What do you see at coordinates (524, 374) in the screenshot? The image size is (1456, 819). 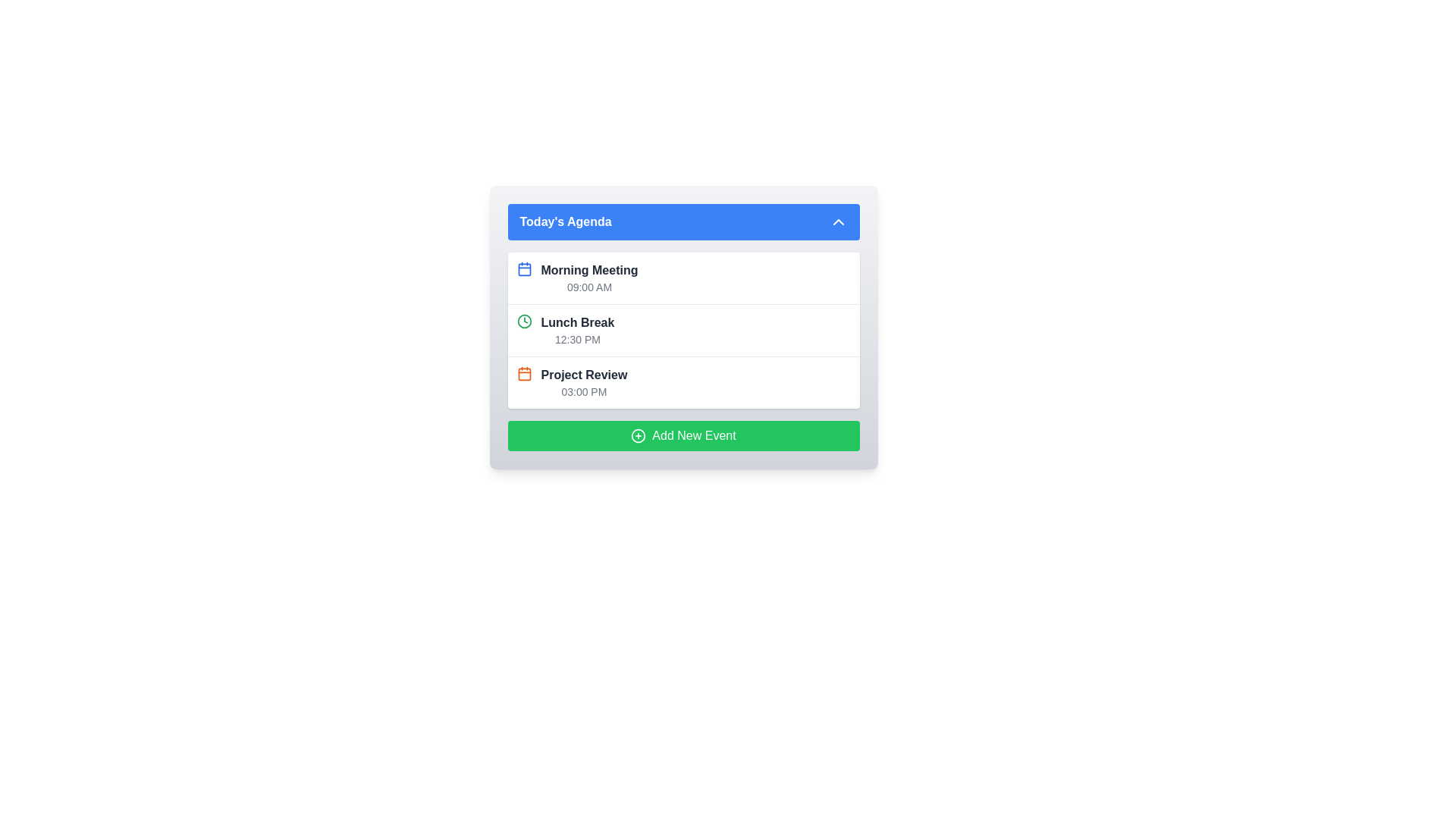 I see `the 'Project Review' icon in the agenda, which is located in the third row next to the text 'Project Review' and above the green 'Add New Event' button` at bounding box center [524, 374].